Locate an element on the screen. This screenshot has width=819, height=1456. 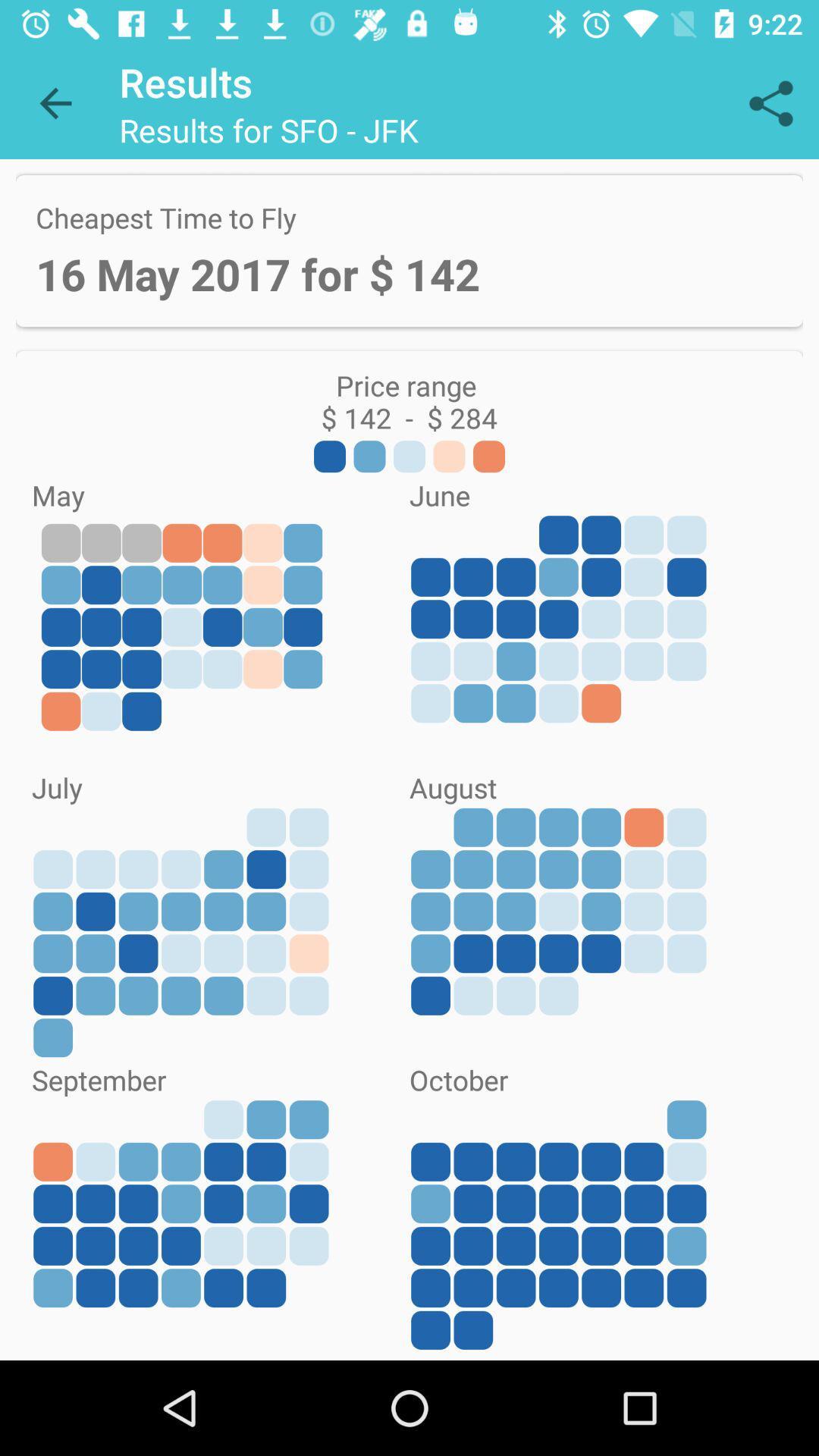
the icon next to results is located at coordinates (55, 102).